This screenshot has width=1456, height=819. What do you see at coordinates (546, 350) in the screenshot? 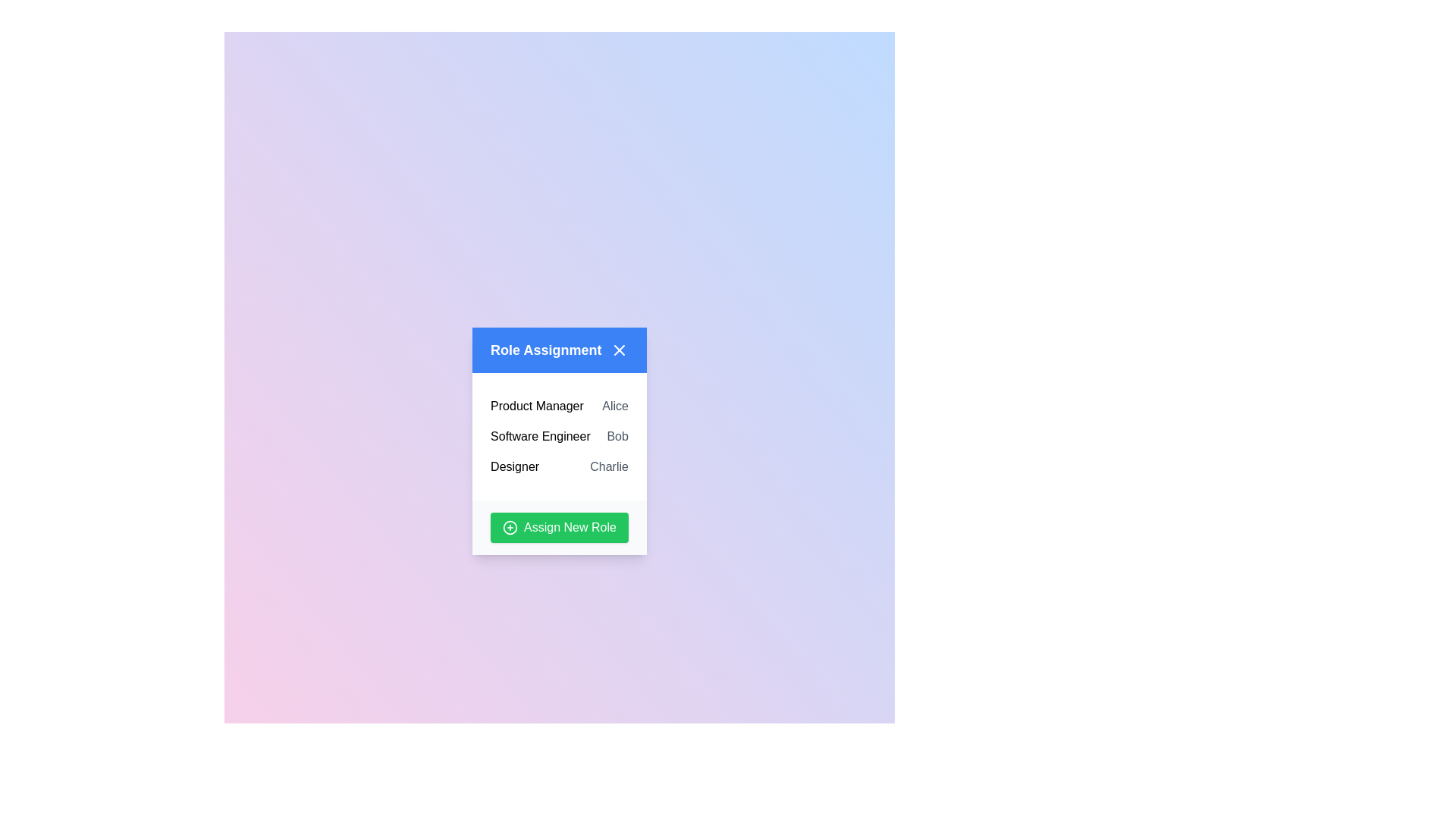
I see `the center of the 'Role Assignment' header text to focus or select it` at bounding box center [546, 350].